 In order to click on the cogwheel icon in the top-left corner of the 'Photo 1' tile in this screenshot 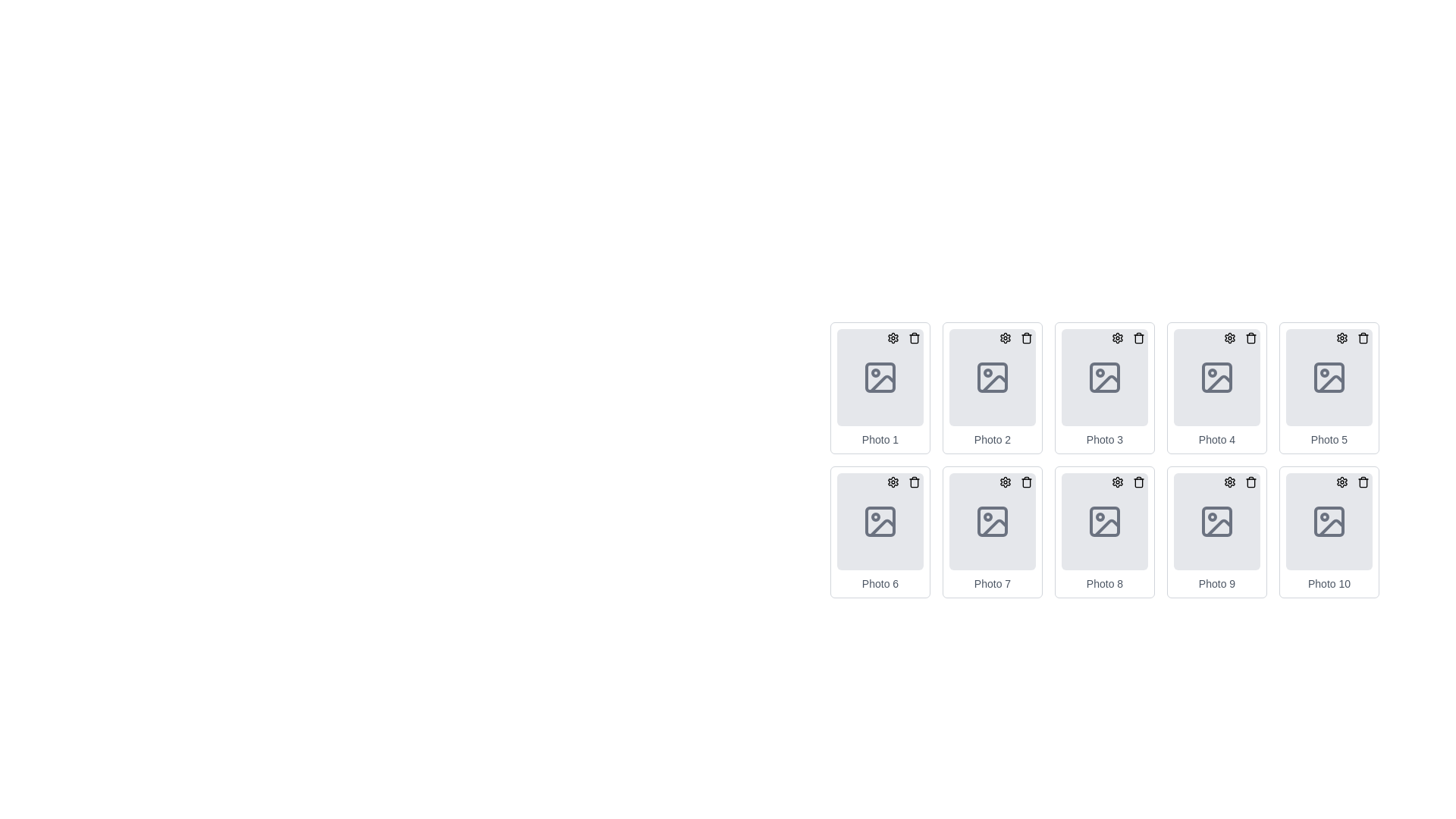, I will do `click(893, 337)`.